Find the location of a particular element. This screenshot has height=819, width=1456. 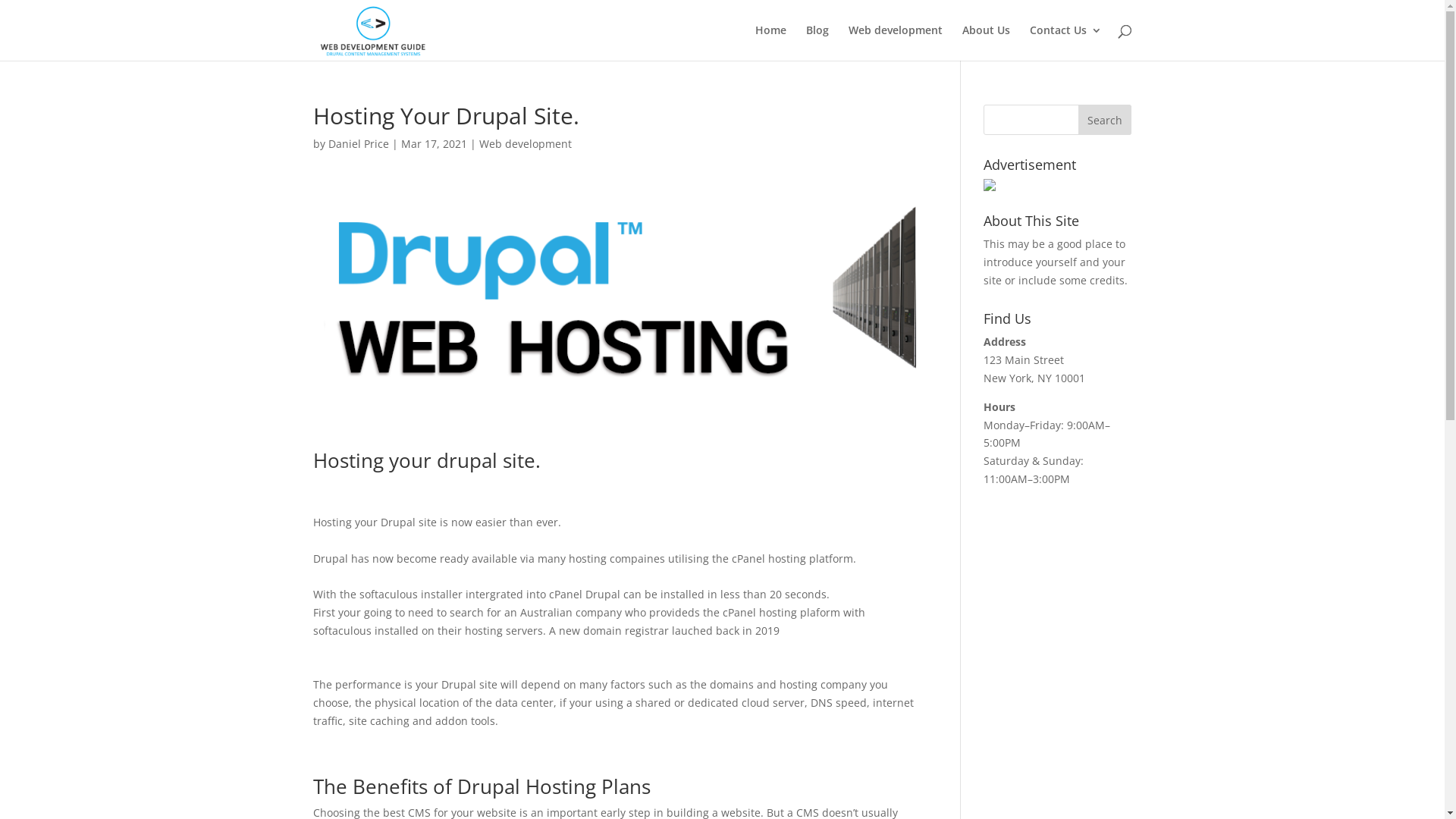

'Contact Us' is located at coordinates (1065, 42).